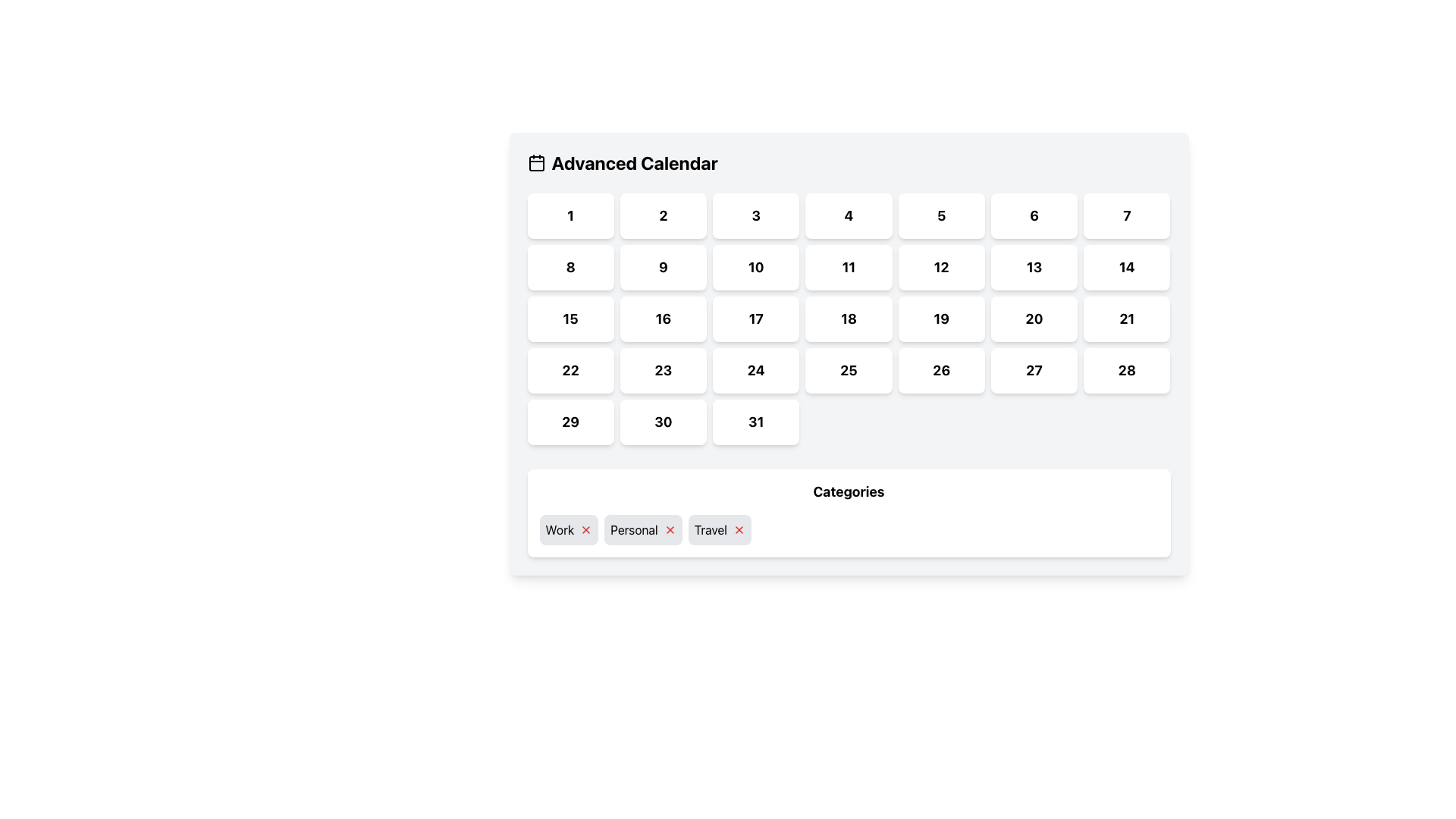 This screenshot has width=1456, height=819. What do you see at coordinates (634, 529) in the screenshot?
I see `the category label for 'Personal', which is the second label in a horizontal set of three categories located beneath the calendar days` at bounding box center [634, 529].